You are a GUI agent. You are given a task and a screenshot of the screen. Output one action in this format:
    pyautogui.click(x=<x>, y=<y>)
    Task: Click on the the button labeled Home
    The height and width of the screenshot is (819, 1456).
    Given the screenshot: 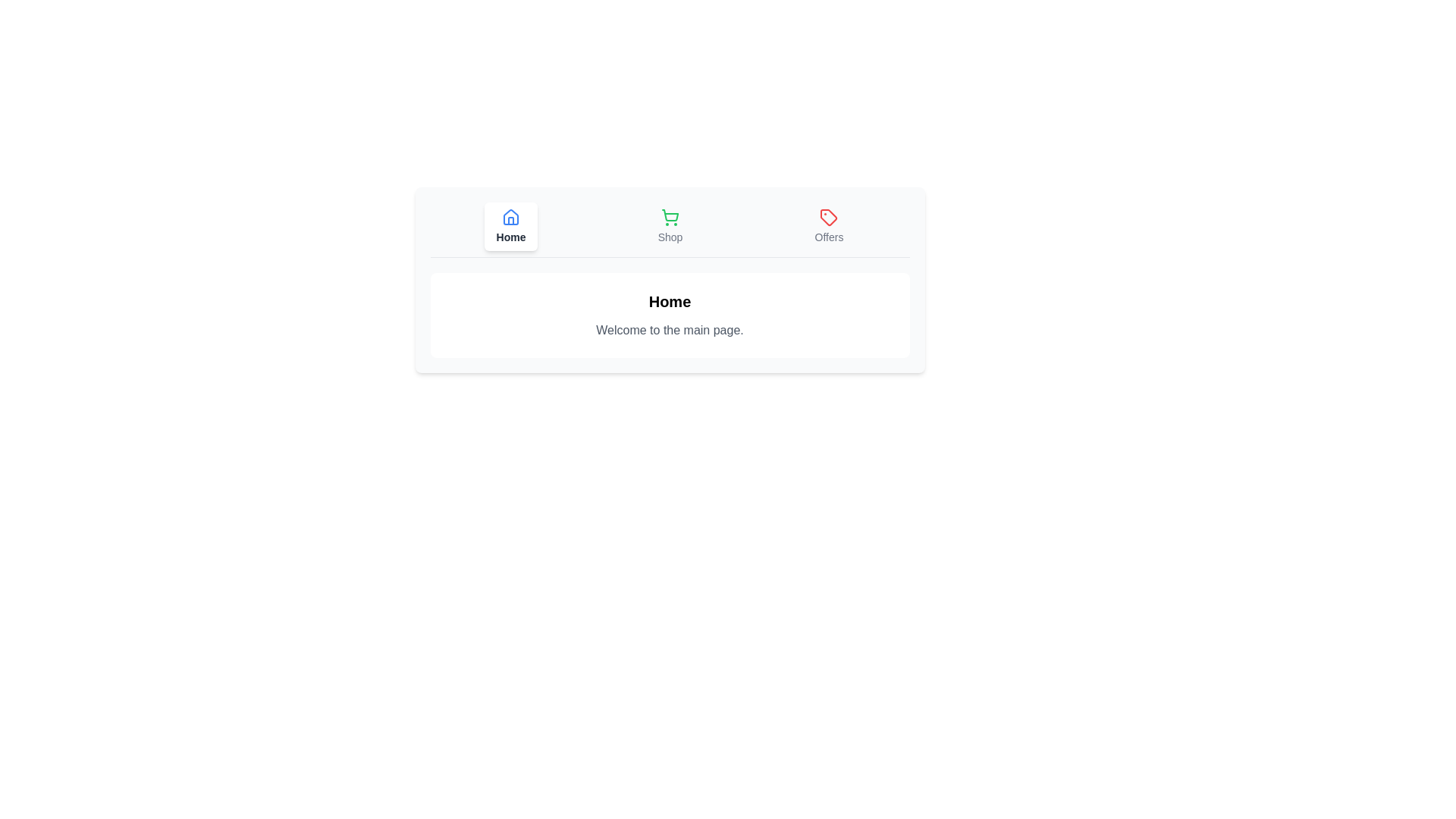 What is the action you would take?
    pyautogui.click(x=510, y=227)
    